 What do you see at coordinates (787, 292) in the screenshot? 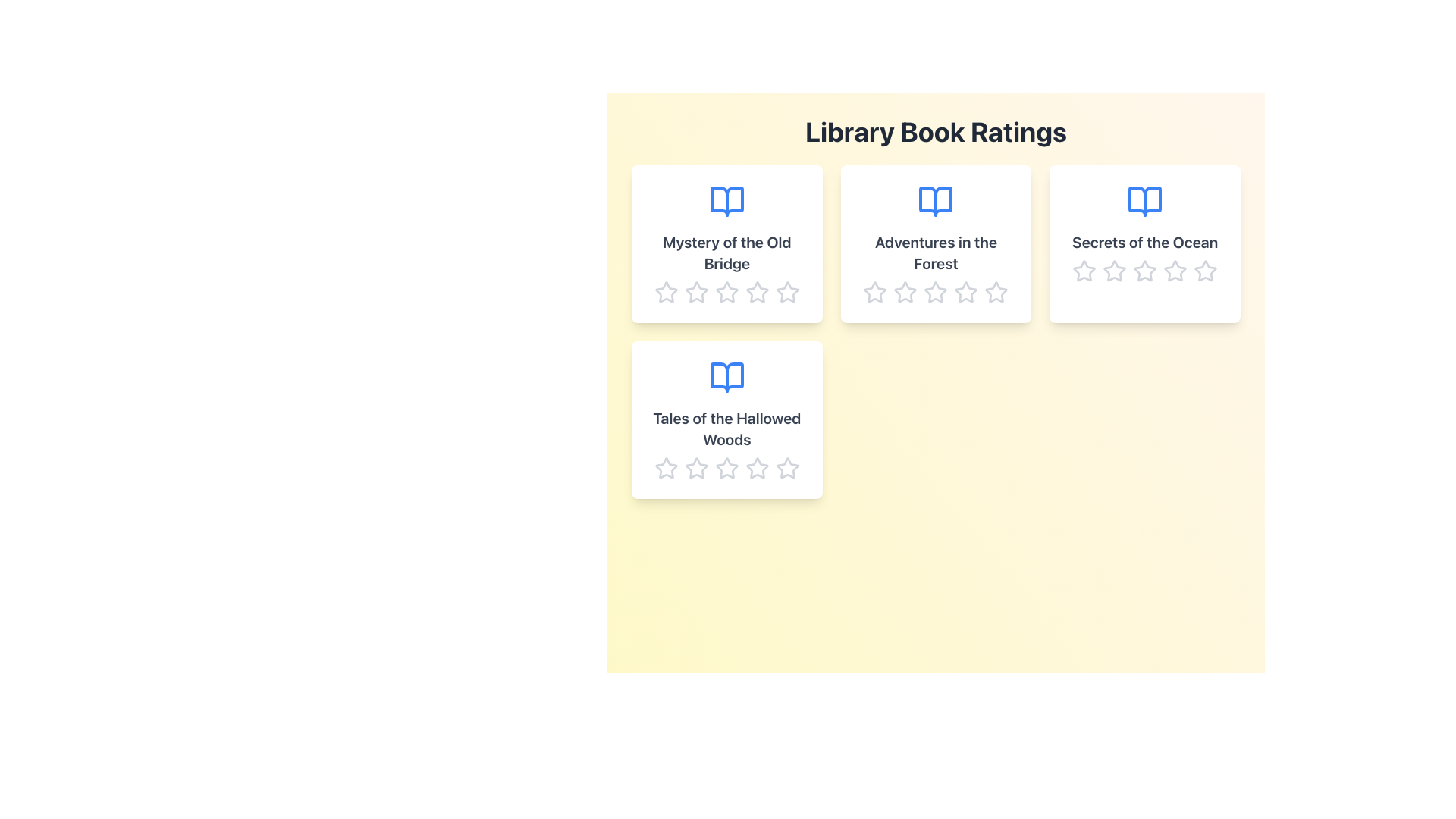
I see `the second star in the row of five rating stars for the book 'Mystery of the Old Bridge'` at bounding box center [787, 292].